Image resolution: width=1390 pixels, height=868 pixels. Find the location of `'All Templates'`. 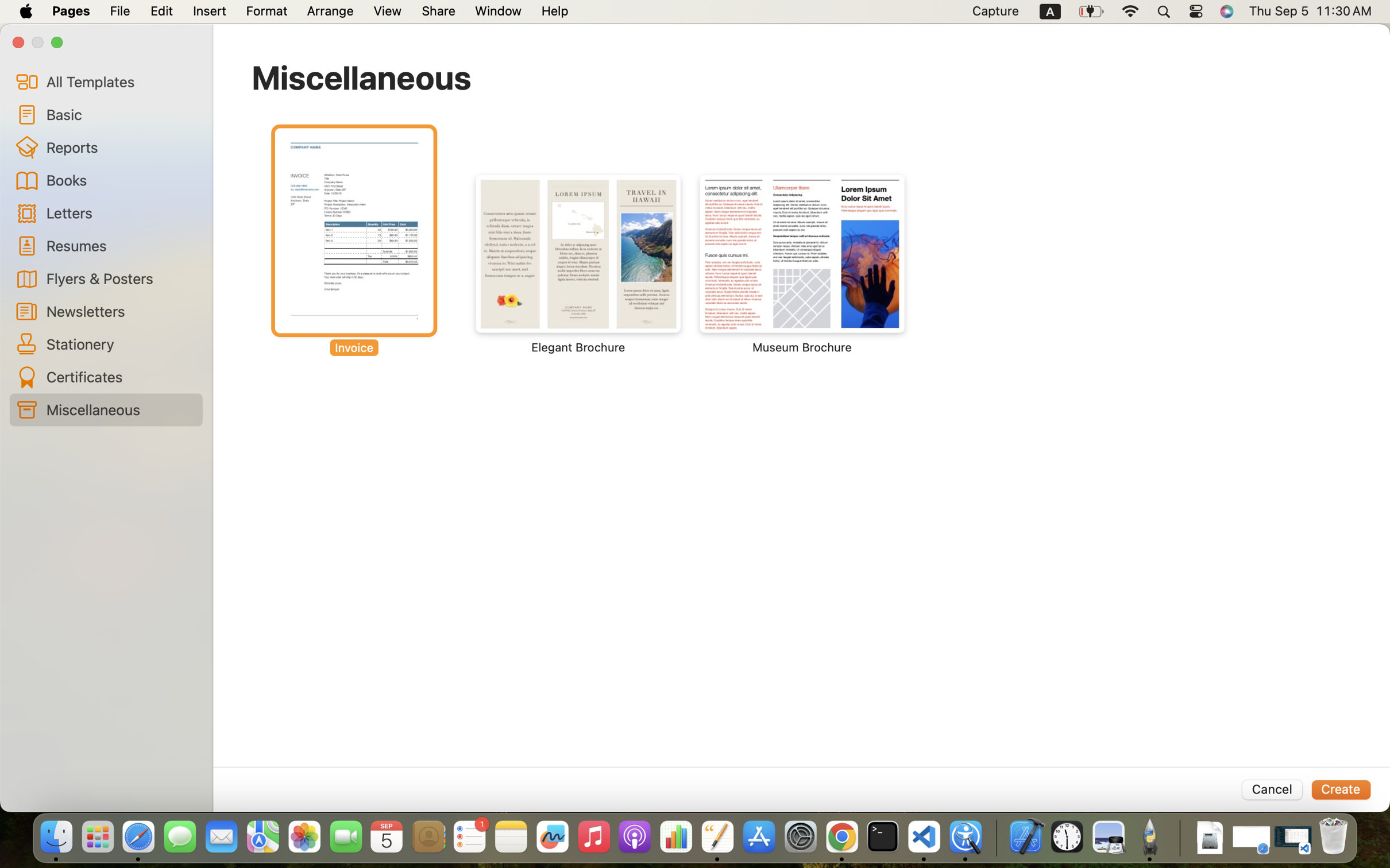

'All Templates' is located at coordinates (119, 81).